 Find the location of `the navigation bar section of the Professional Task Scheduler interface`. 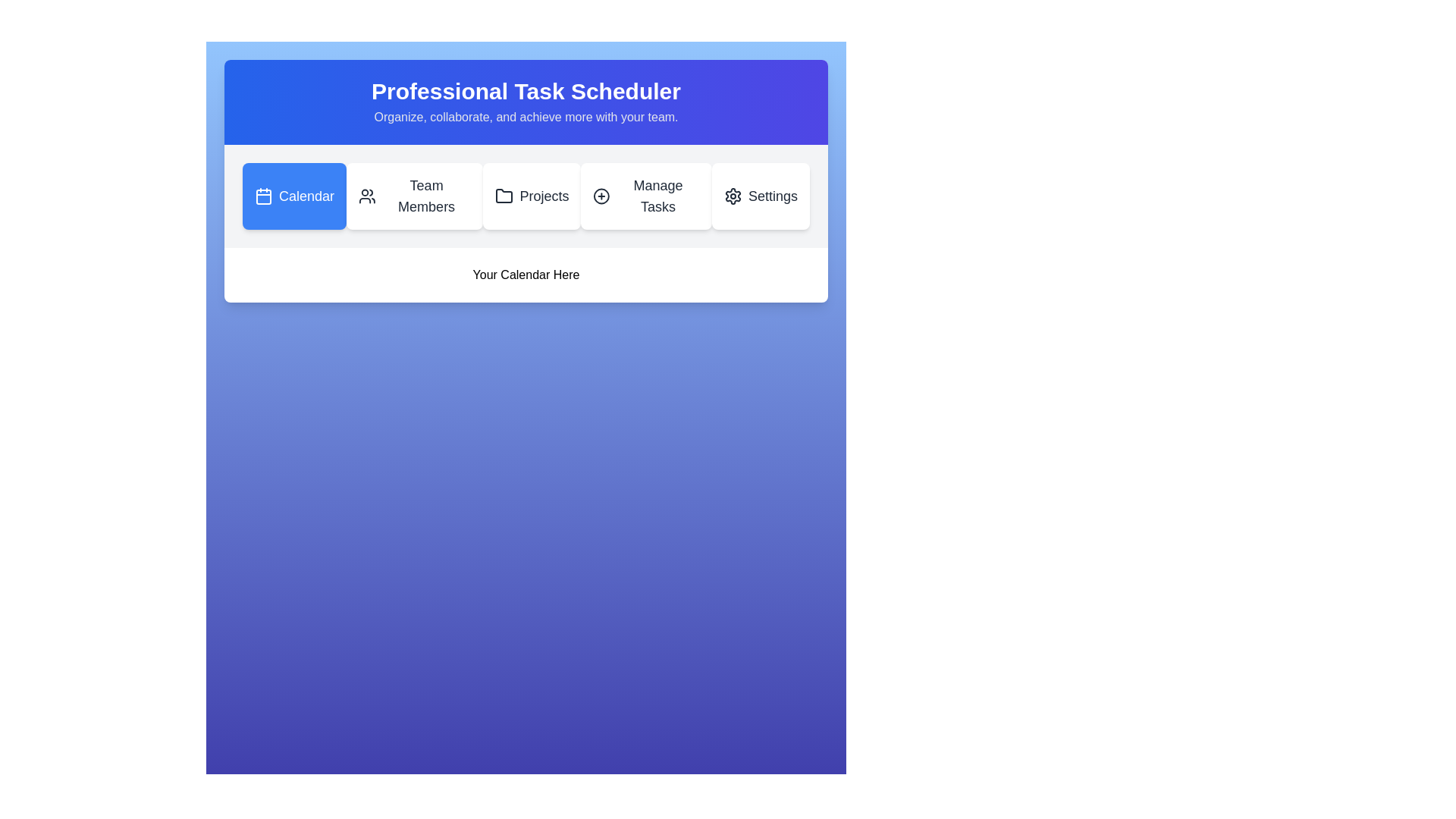

the navigation bar section of the Professional Task Scheduler interface is located at coordinates (526, 195).